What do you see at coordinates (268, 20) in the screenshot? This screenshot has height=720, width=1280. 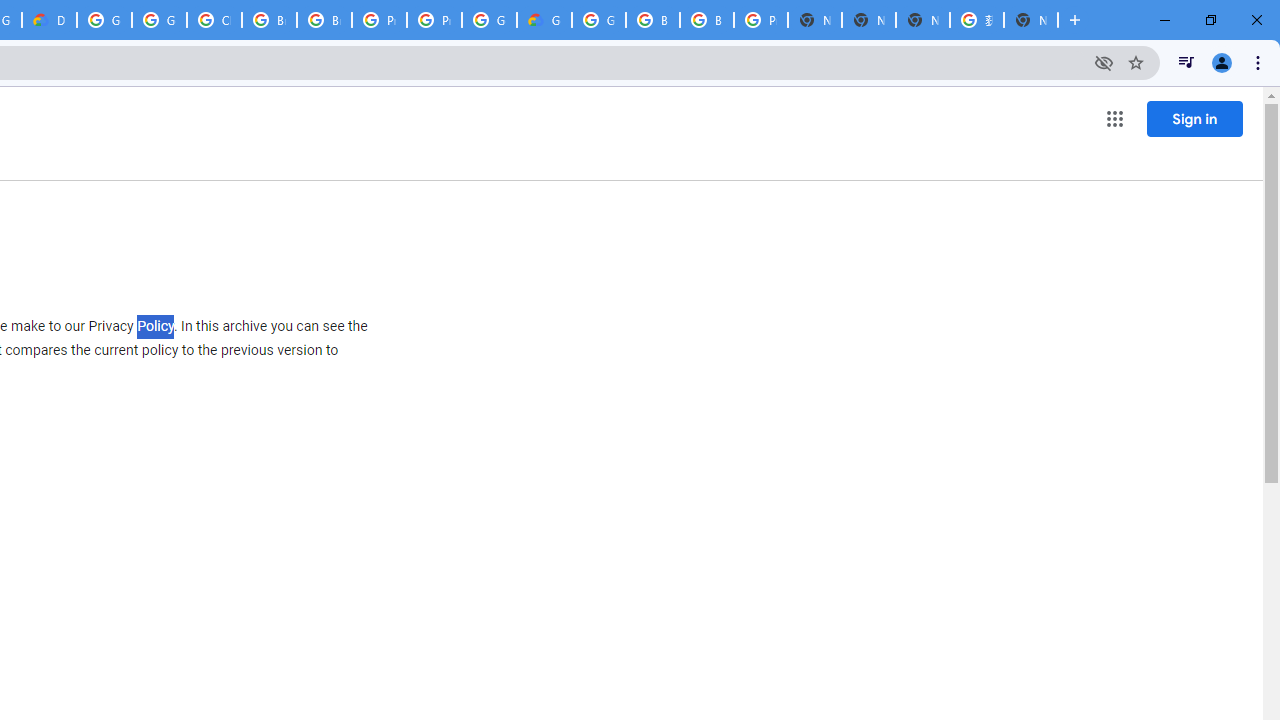 I see `'Browse Chrome as a guest - Computer - Google Chrome Help'` at bounding box center [268, 20].